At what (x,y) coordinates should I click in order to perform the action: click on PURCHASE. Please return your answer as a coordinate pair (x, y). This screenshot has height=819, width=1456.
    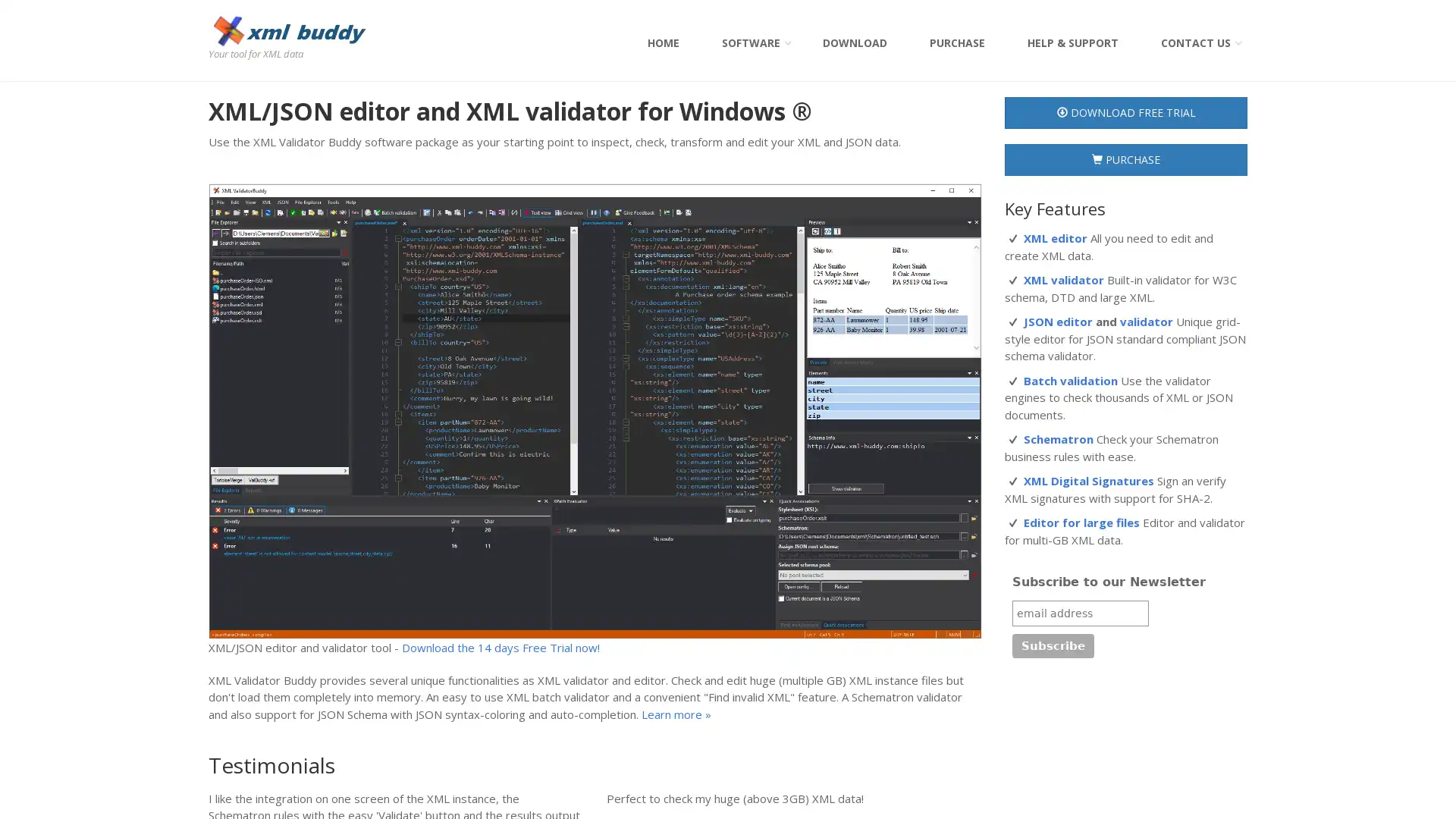
    Looking at the image, I should click on (1125, 160).